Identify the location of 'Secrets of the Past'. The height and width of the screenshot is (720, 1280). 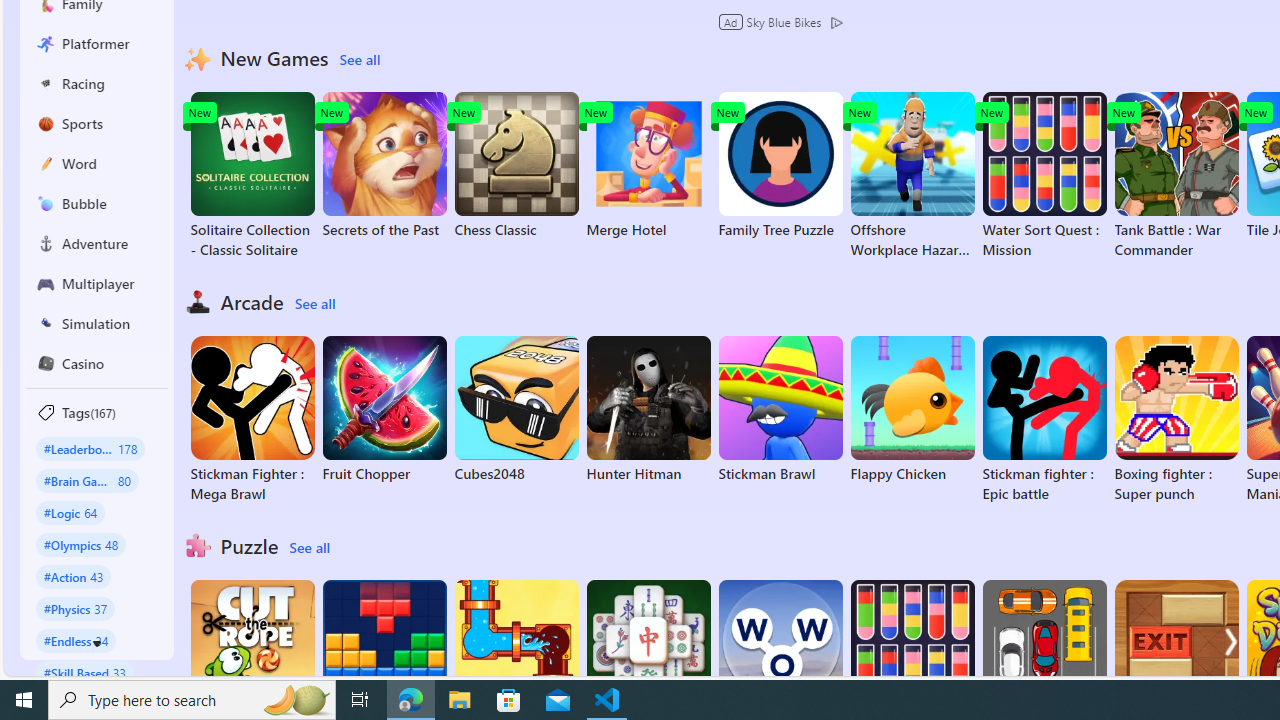
(384, 164).